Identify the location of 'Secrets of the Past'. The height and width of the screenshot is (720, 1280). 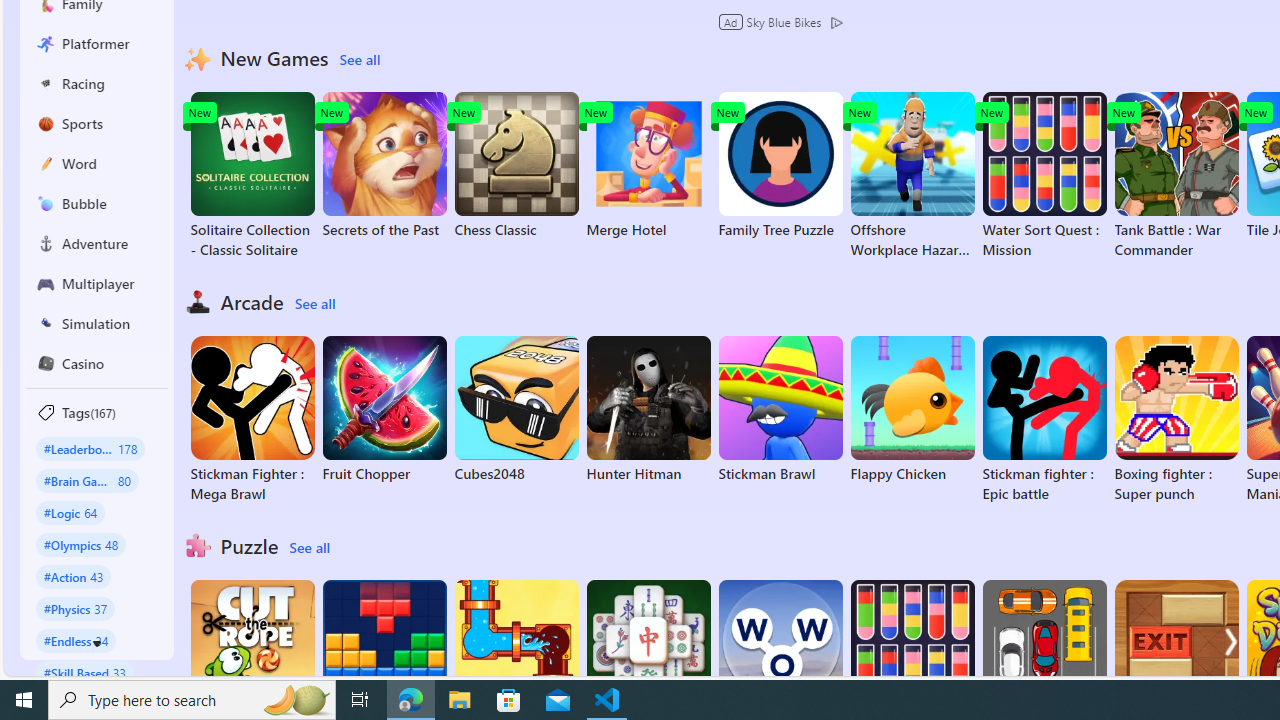
(384, 164).